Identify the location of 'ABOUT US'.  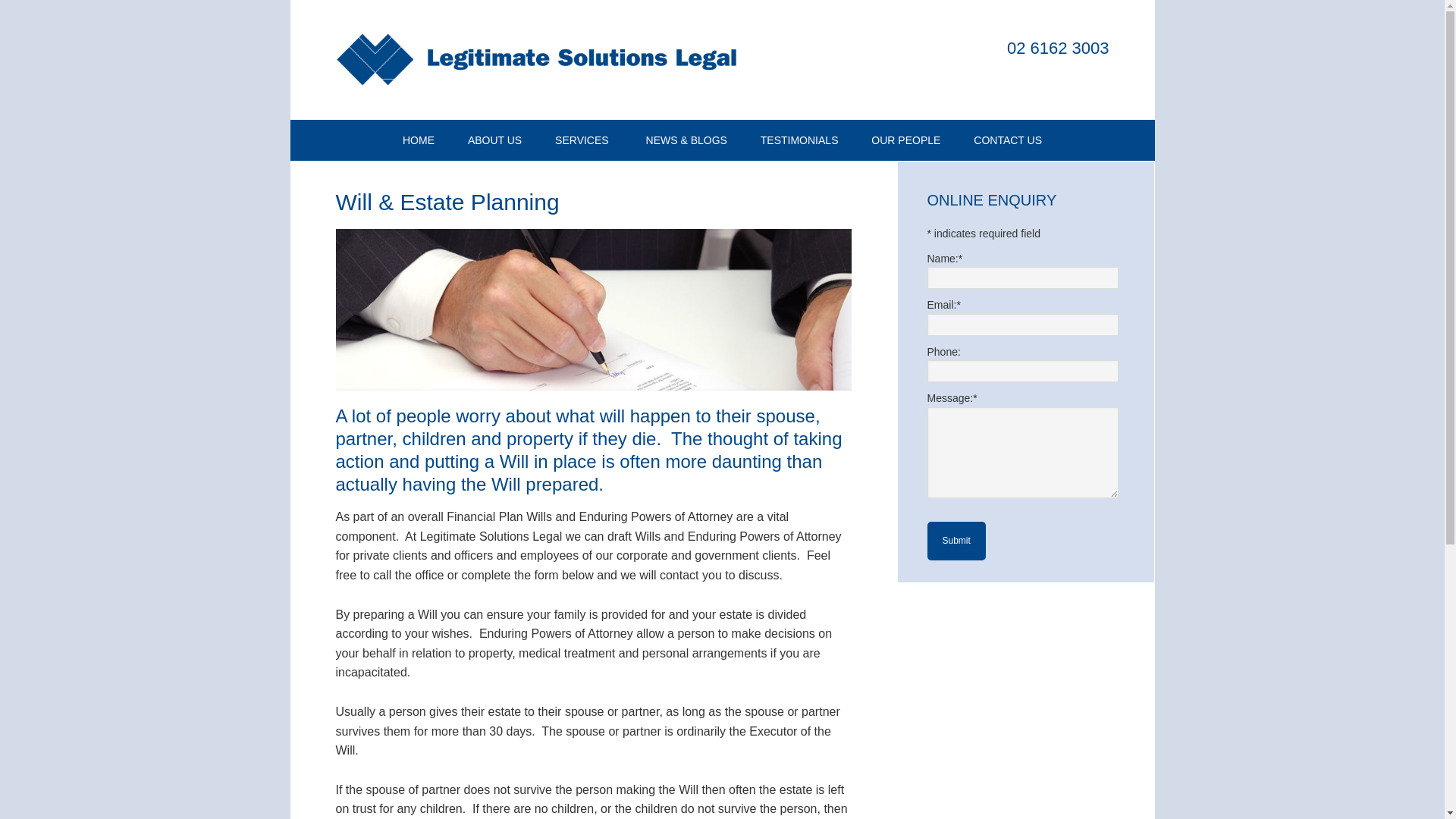
(494, 140).